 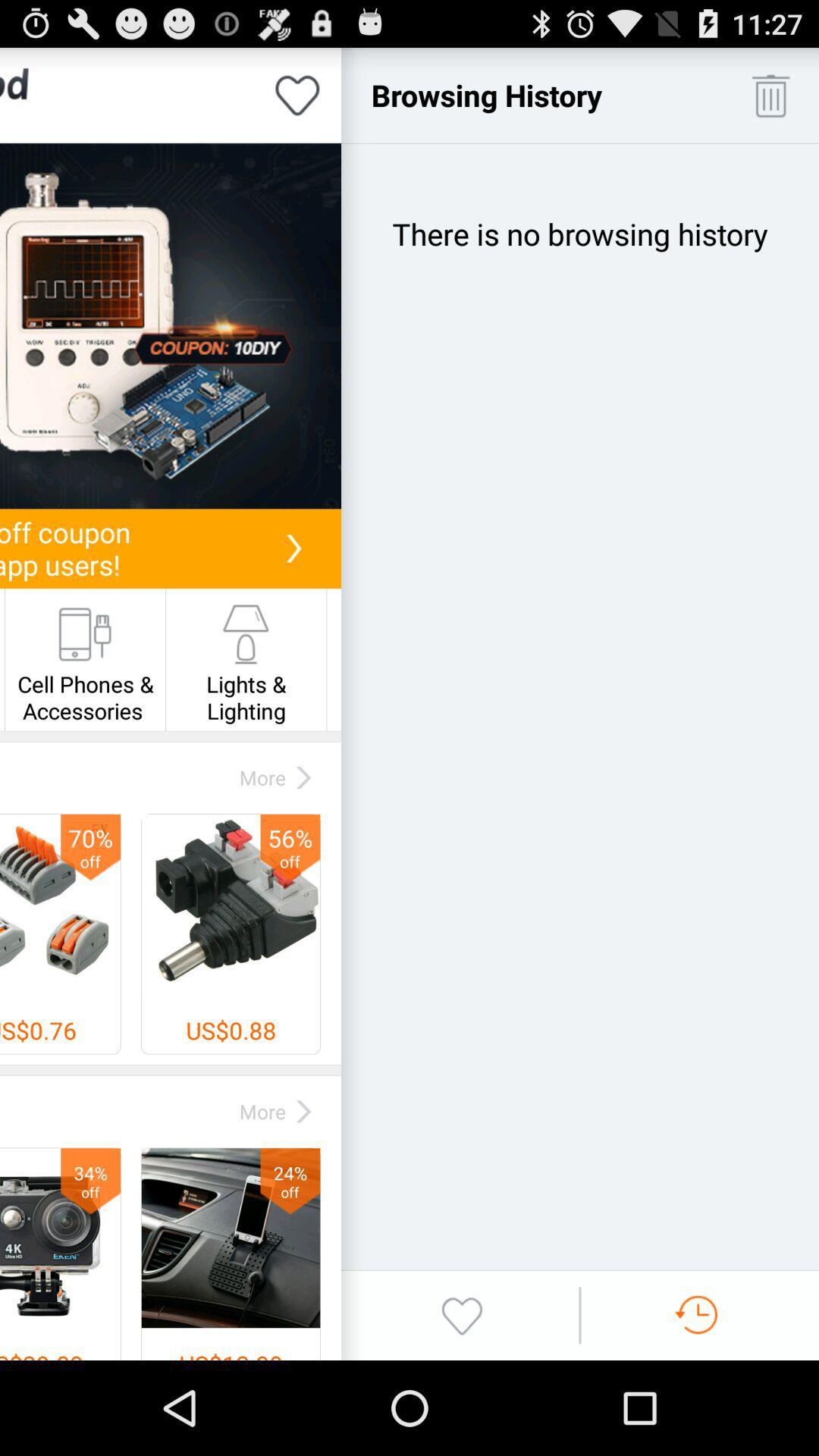 I want to click on to favorites, so click(x=297, y=94).